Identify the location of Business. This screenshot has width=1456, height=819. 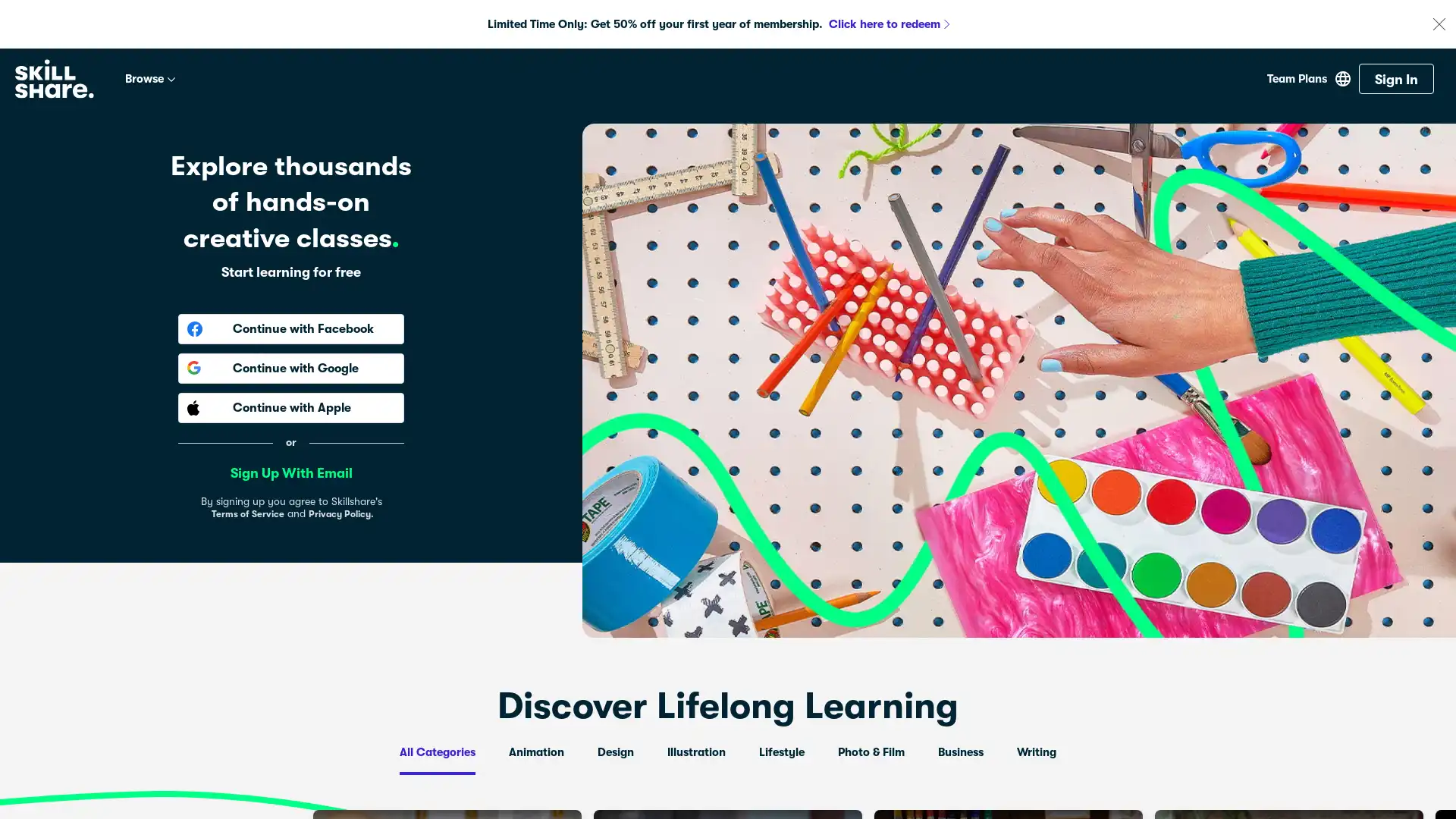
(960, 757).